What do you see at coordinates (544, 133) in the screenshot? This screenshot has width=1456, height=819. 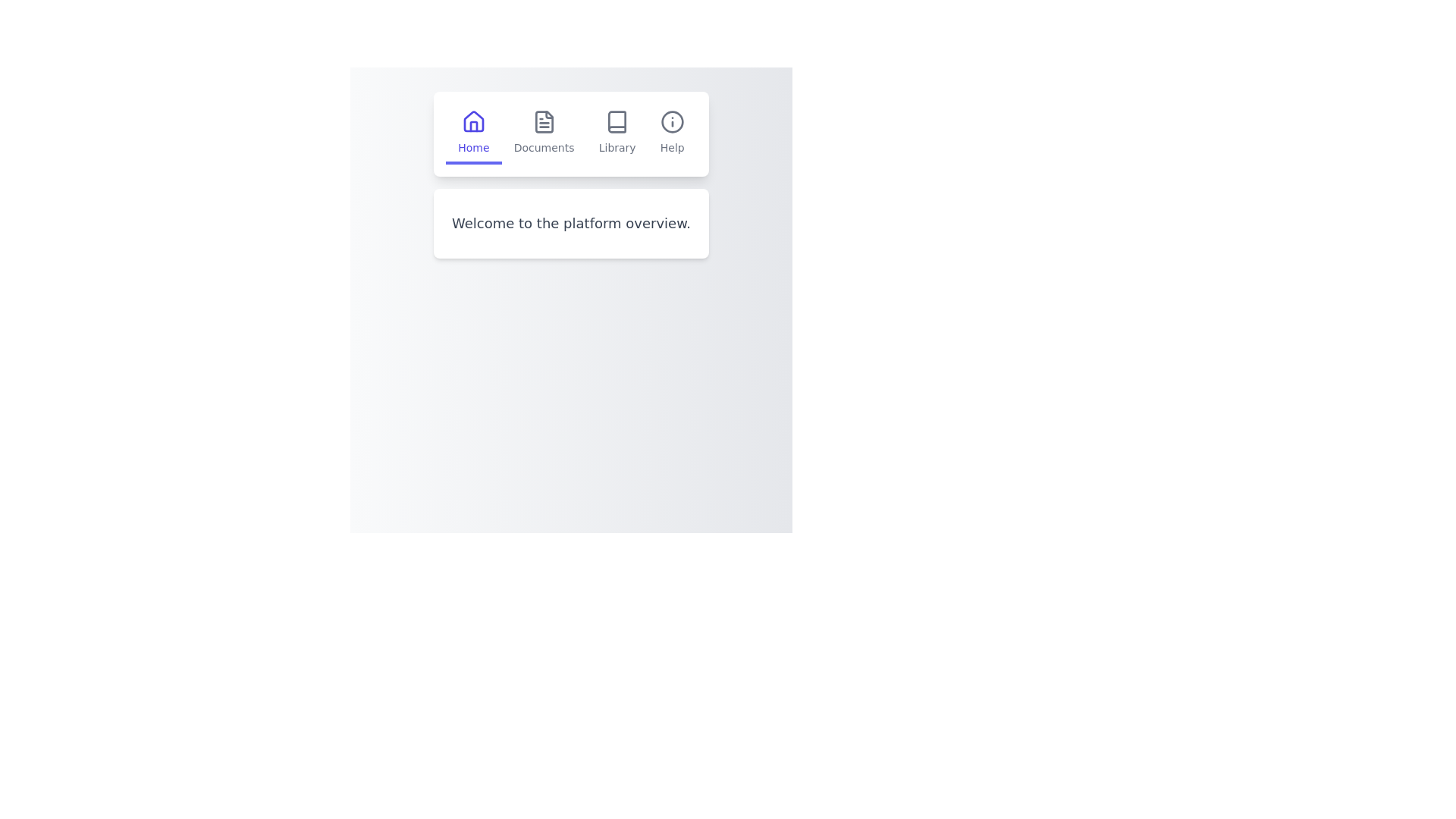 I see `the Documents tab in the navigation bar` at bounding box center [544, 133].